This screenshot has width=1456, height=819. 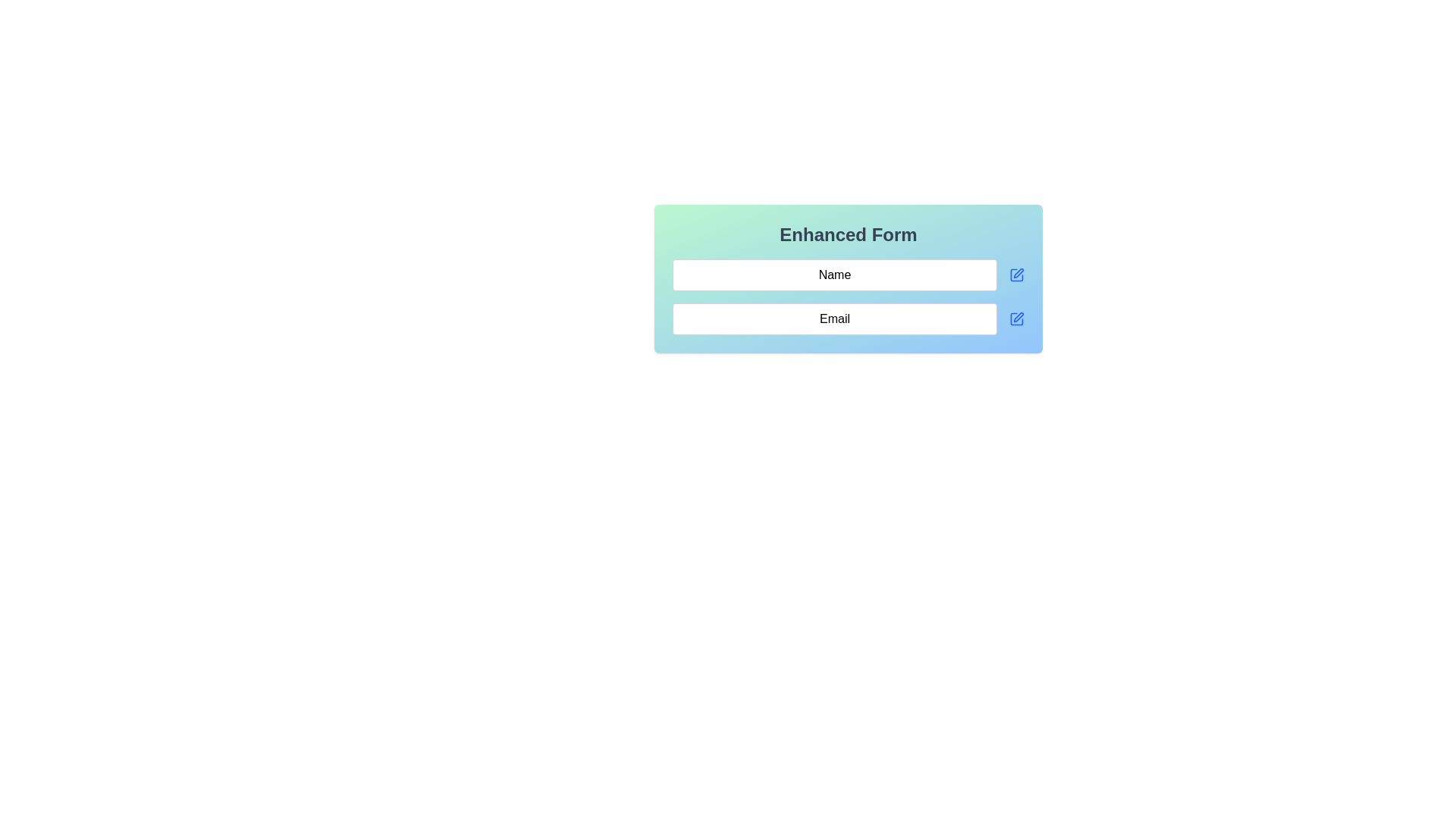 I want to click on the edit icon button located at the right side of the email input field in the 'Enhanced Form', so click(x=1018, y=316).